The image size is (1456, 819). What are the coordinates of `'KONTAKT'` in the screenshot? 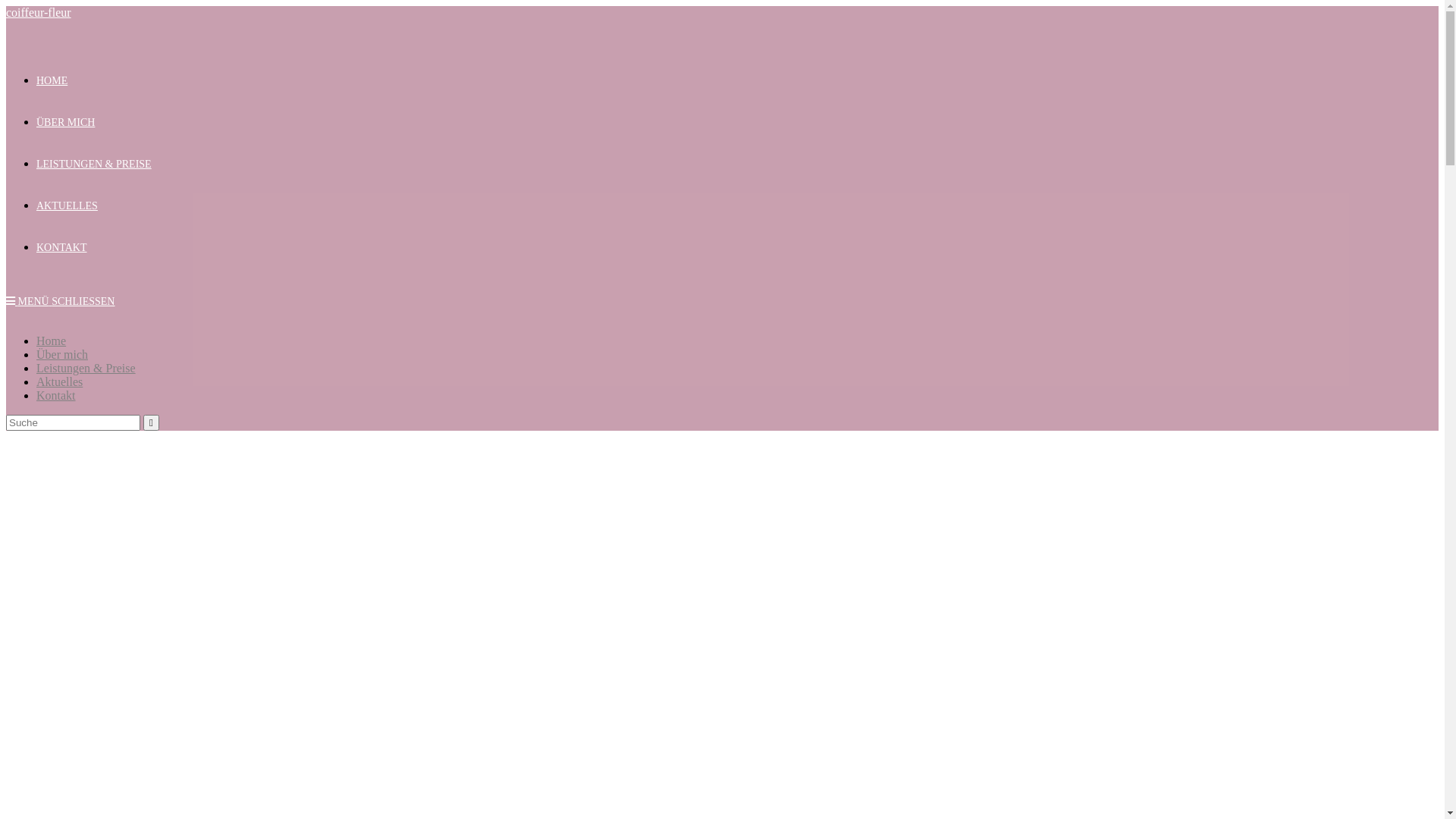 It's located at (61, 246).